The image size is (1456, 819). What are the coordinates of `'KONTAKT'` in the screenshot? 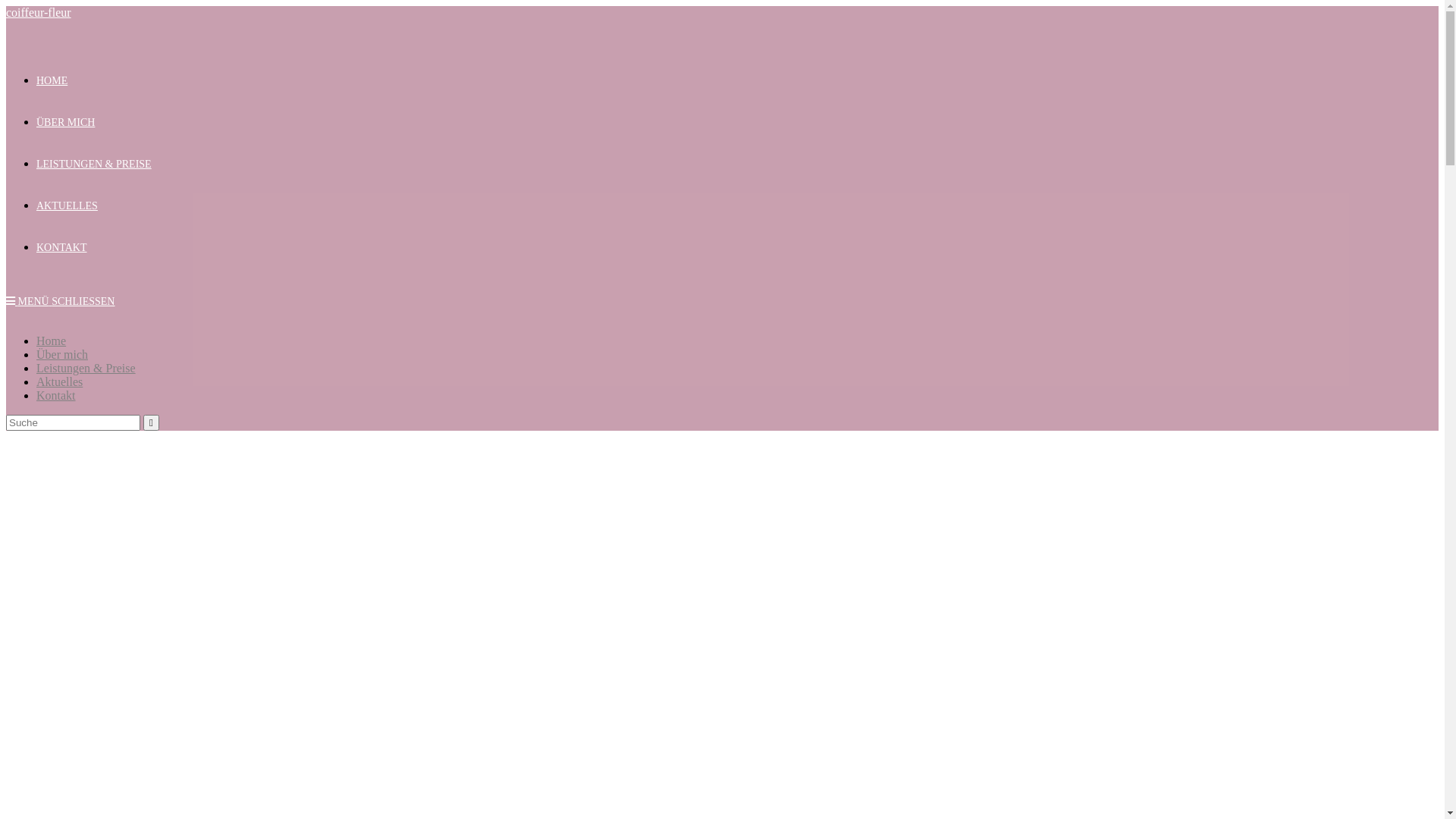 It's located at (61, 246).